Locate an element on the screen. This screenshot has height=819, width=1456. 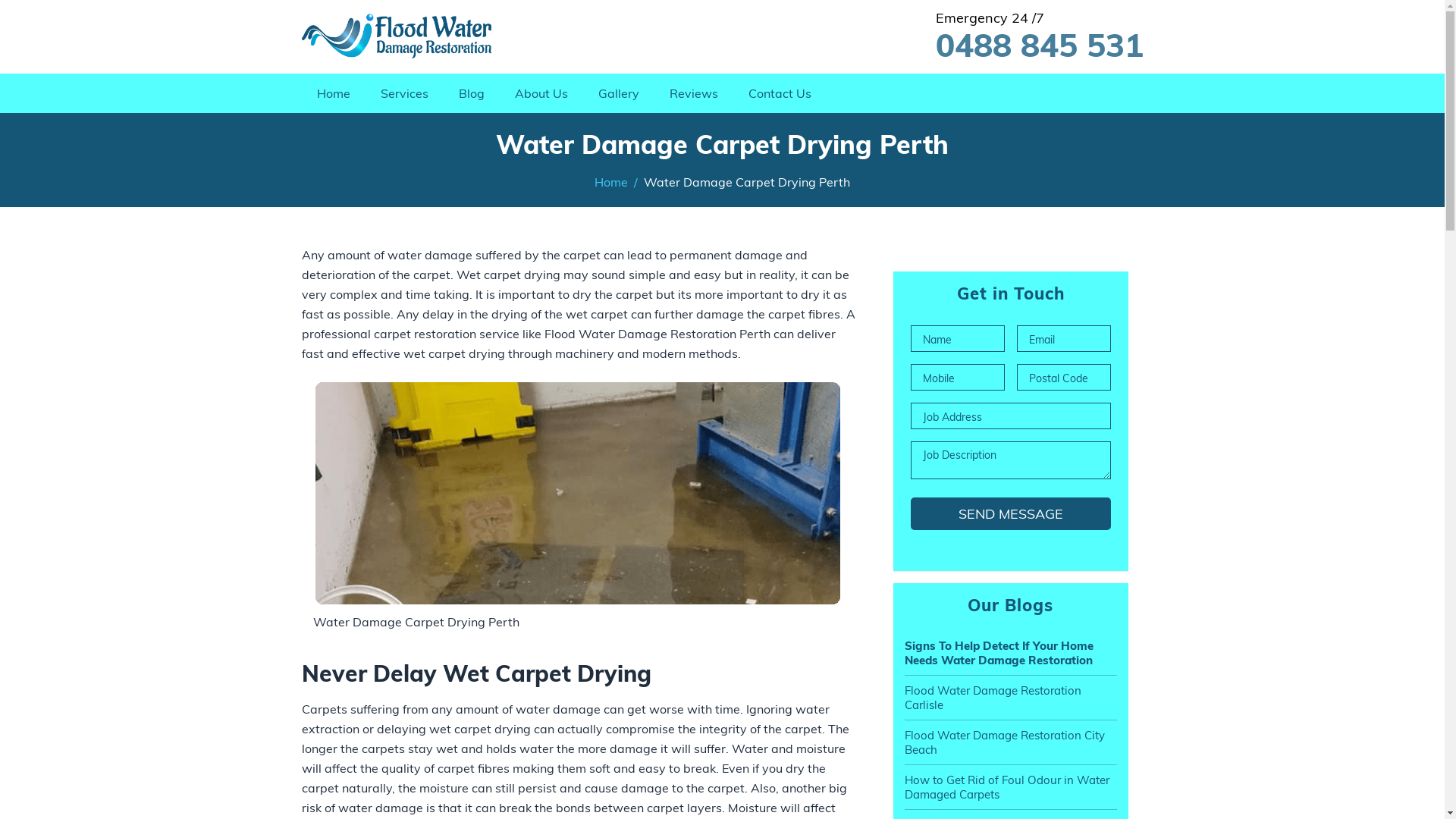
'Flood Water Damage Restoration Carlisle' is located at coordinates (903, 698).